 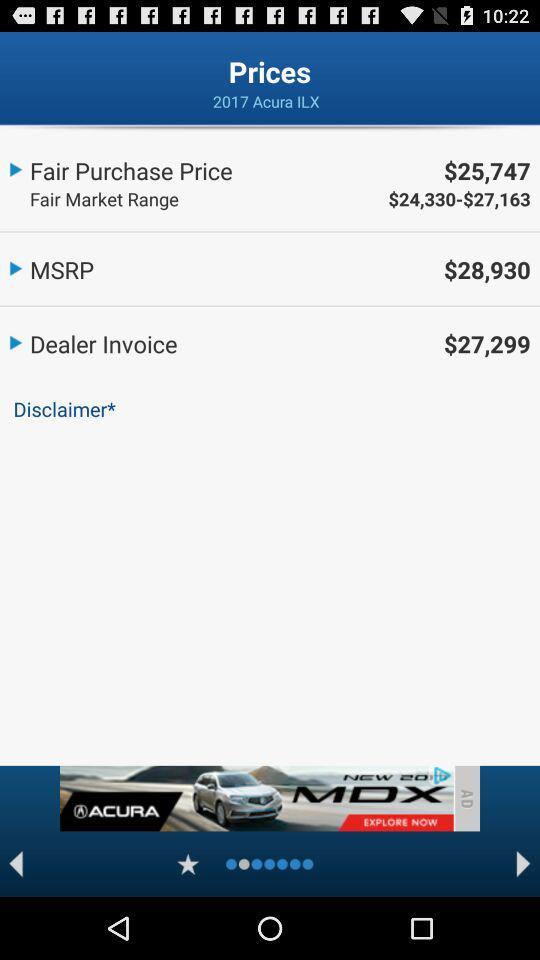 What do you see at coordinates (15, 863) in the screenshot?
I see `go back` at bounding box center [15, 863].